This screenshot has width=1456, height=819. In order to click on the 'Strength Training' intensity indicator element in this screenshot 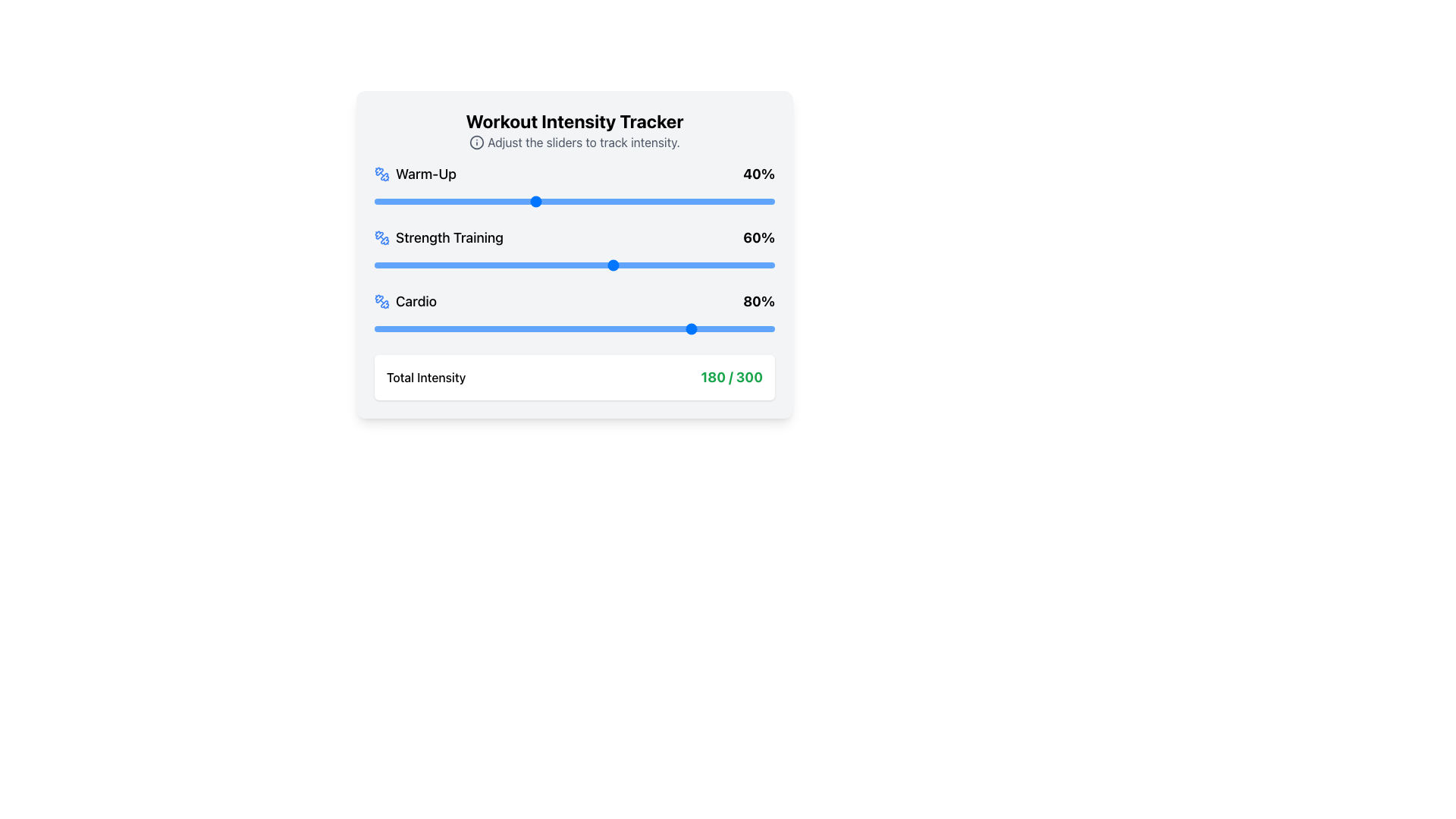, I will do `click(574, 237)`.